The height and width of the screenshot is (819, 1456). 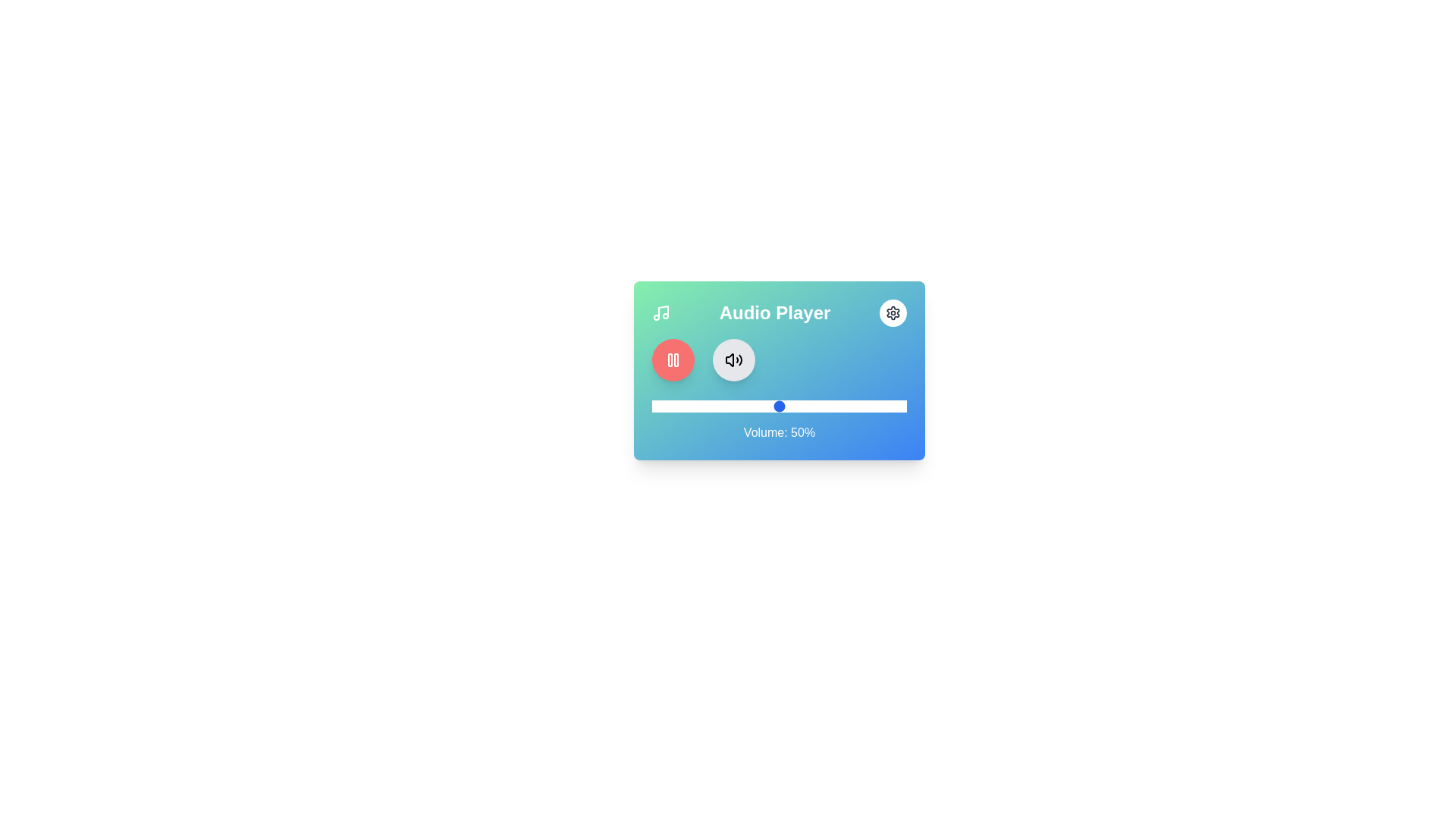 What do you see at coordinates (673, 359) in the screenshot?
I see `the circular red button with a white pause icon located within the 'Audio Player' component` at bounding box center [673, 359].